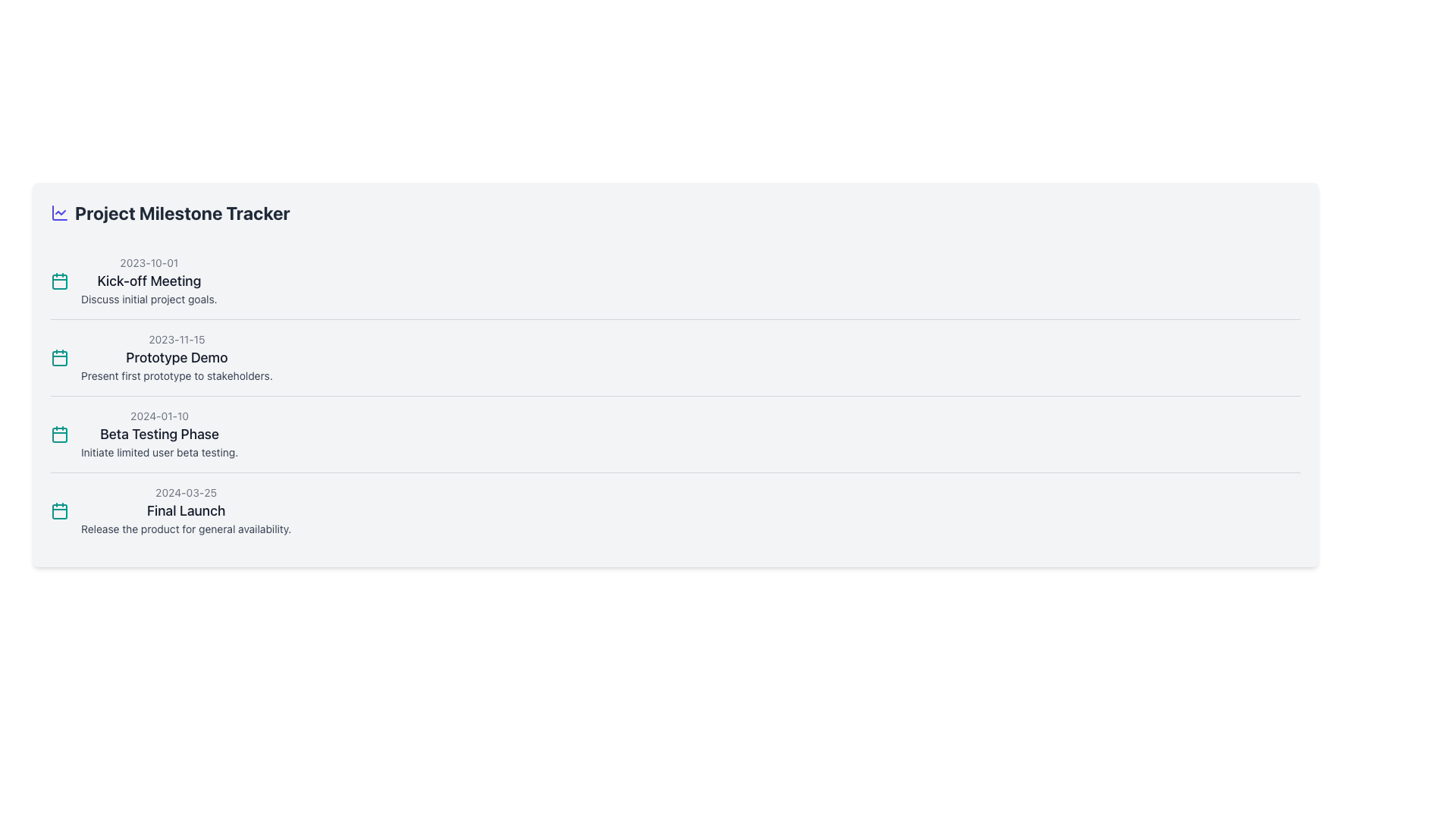 Image resolution: width=1456 pixels, height=819 pixels. What do you see at coordinates (149, 281) in the screenshot?
I see `text content of the first milestone entry in the Project Milestone Tracker, which is displayed below the title and aligned with a teal-colored calendar icon` at bounding box center [149, 281].